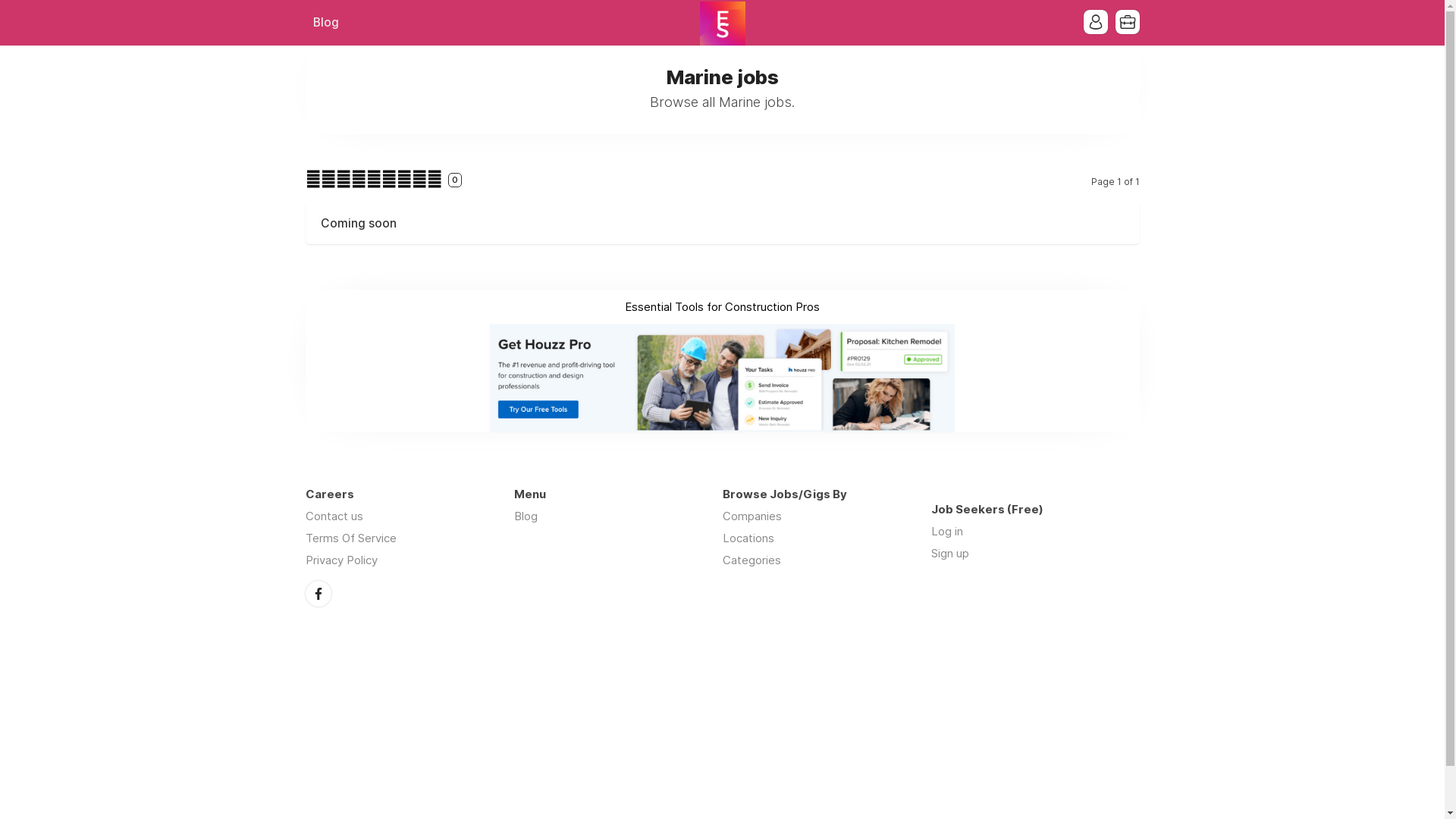  Describe the element at coordinates (526, 515) in the screenshot. I see `'Blog'` at that location.